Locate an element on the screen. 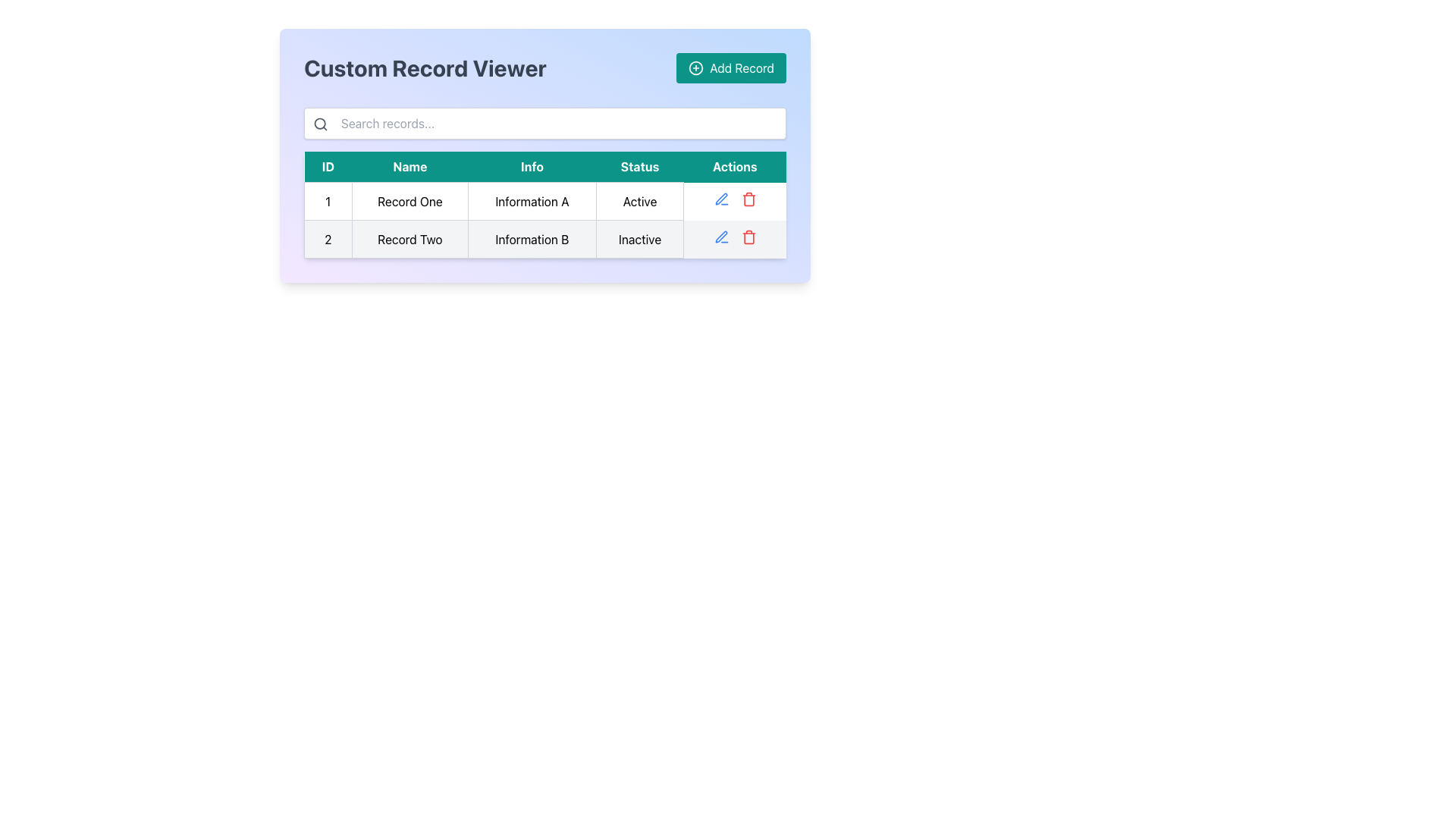 The image size is (1456, 819). the text cell labeled 'Information A' in the 'Info' column of the data table, located in the third column of the first row is located at coordinates (532, 200).